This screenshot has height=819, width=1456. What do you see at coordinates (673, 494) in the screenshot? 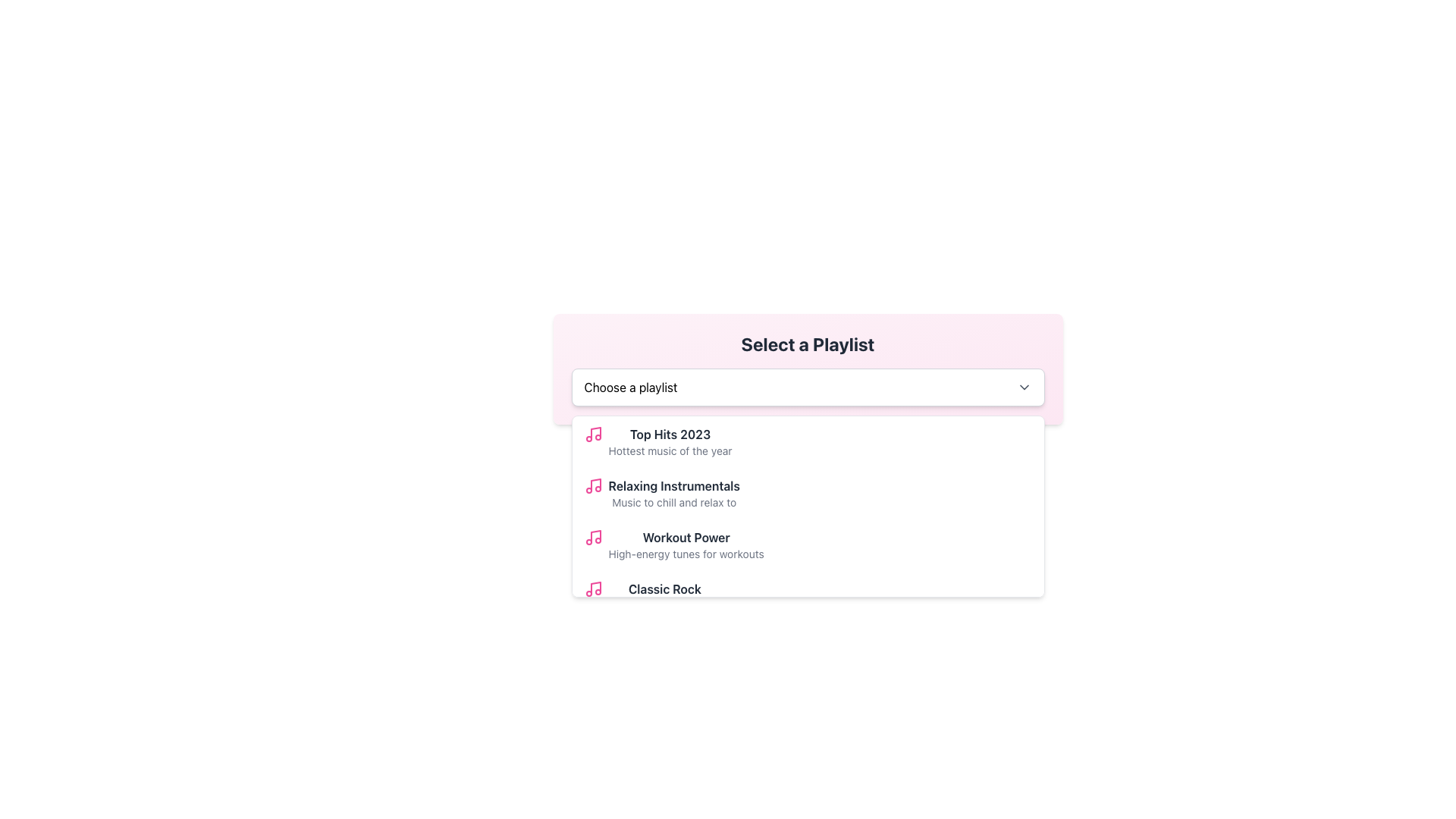
I see `the selectable playlist option titled 'Relaxing Instrumentals'` at bounding box center [673, 494].